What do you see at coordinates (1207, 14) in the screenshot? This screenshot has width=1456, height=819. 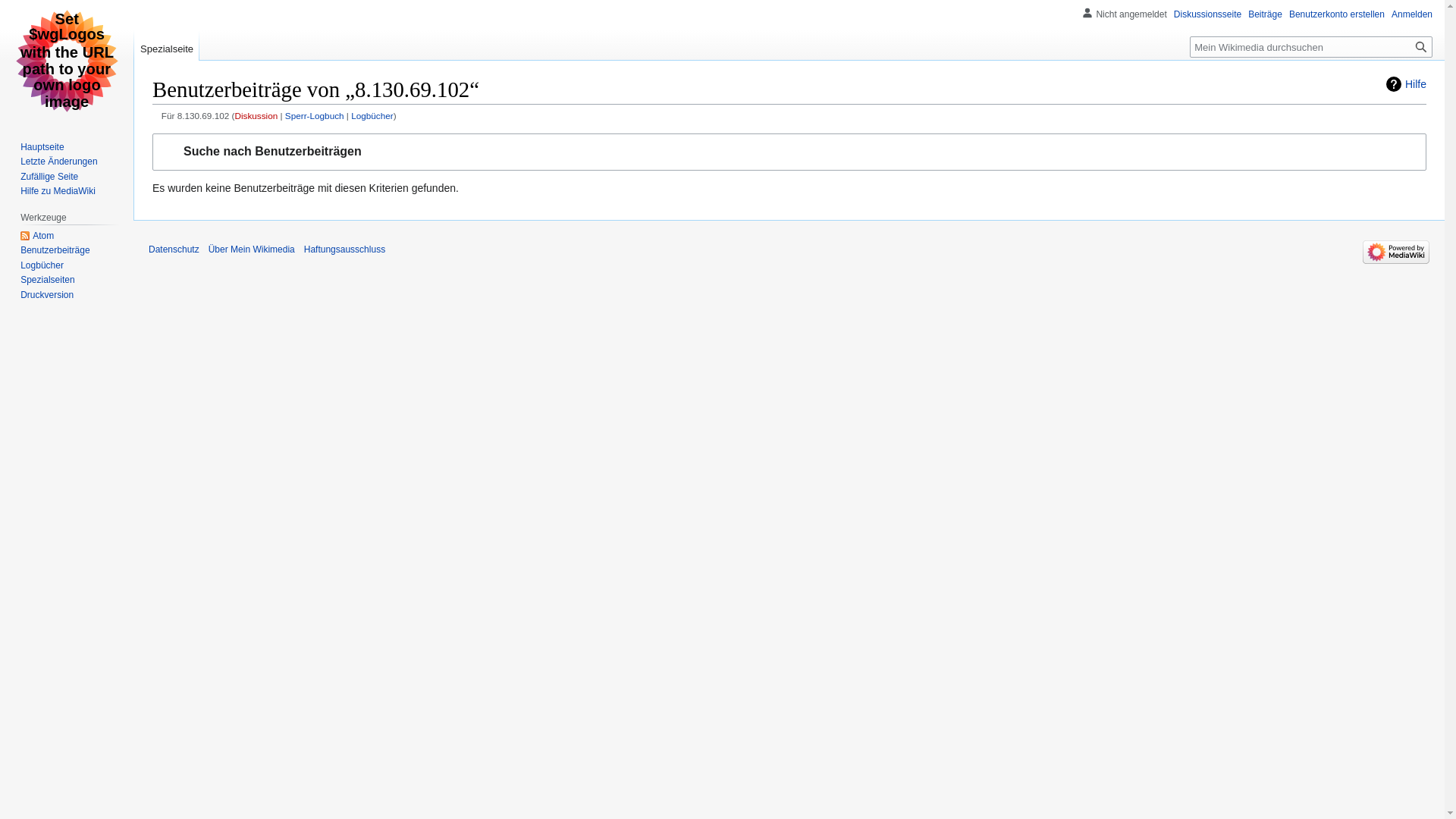 I see `'Diskussionsseite'` at bounding box center [1207, 14].